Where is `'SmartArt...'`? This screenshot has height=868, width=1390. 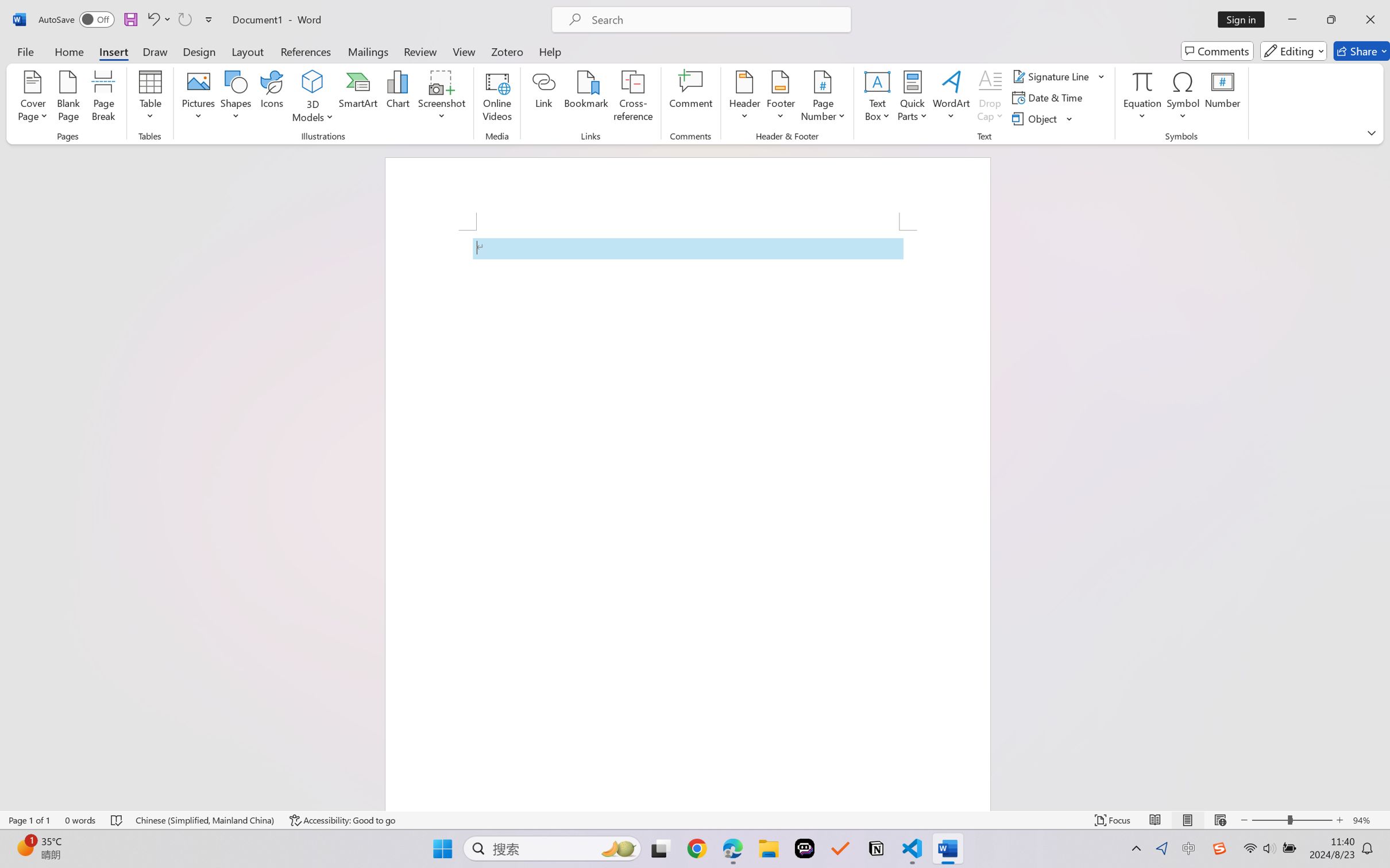
'SmartArt...' is located at coordinates (358, 98).